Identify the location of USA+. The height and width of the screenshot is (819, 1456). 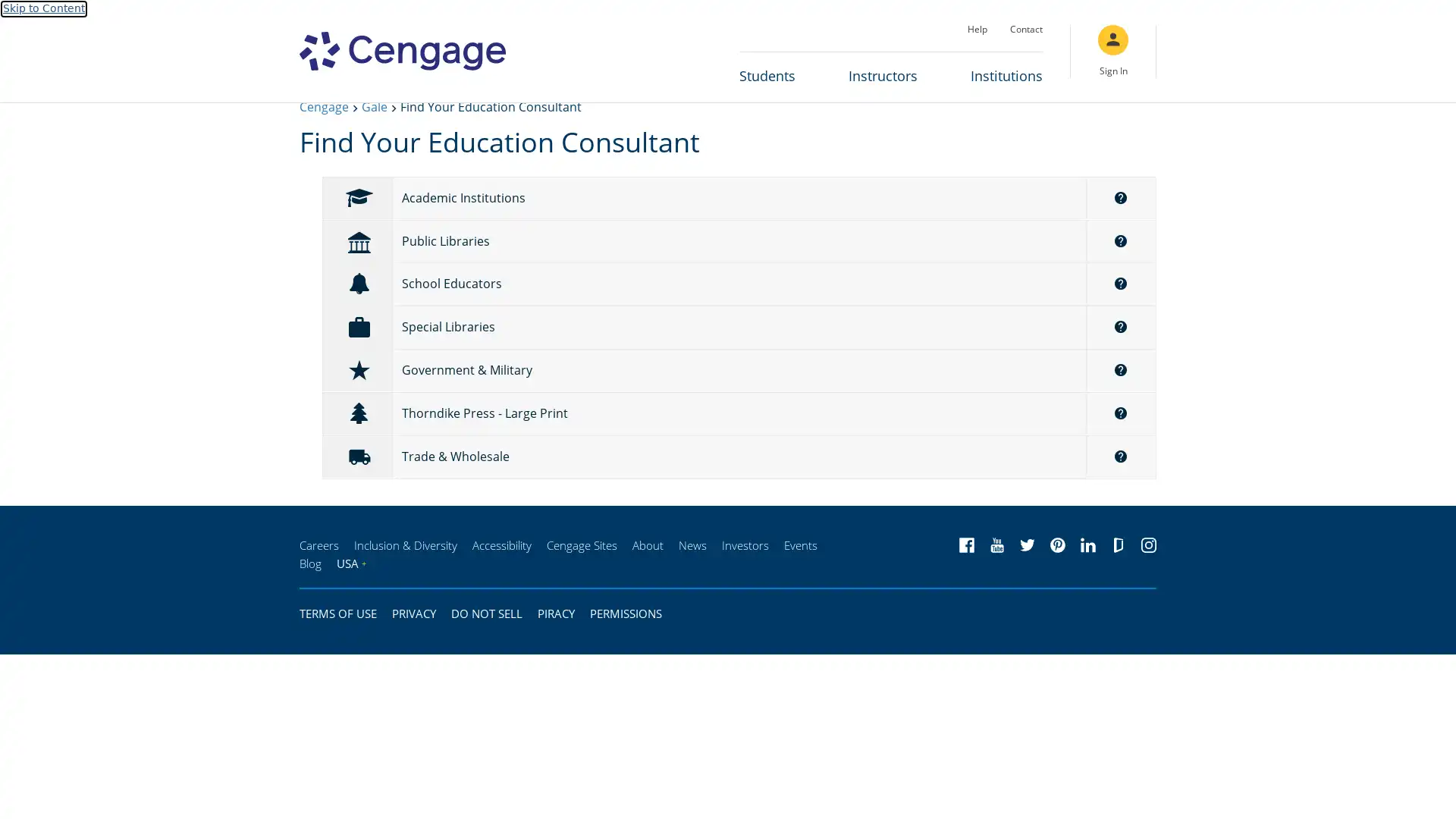
(350, 590).